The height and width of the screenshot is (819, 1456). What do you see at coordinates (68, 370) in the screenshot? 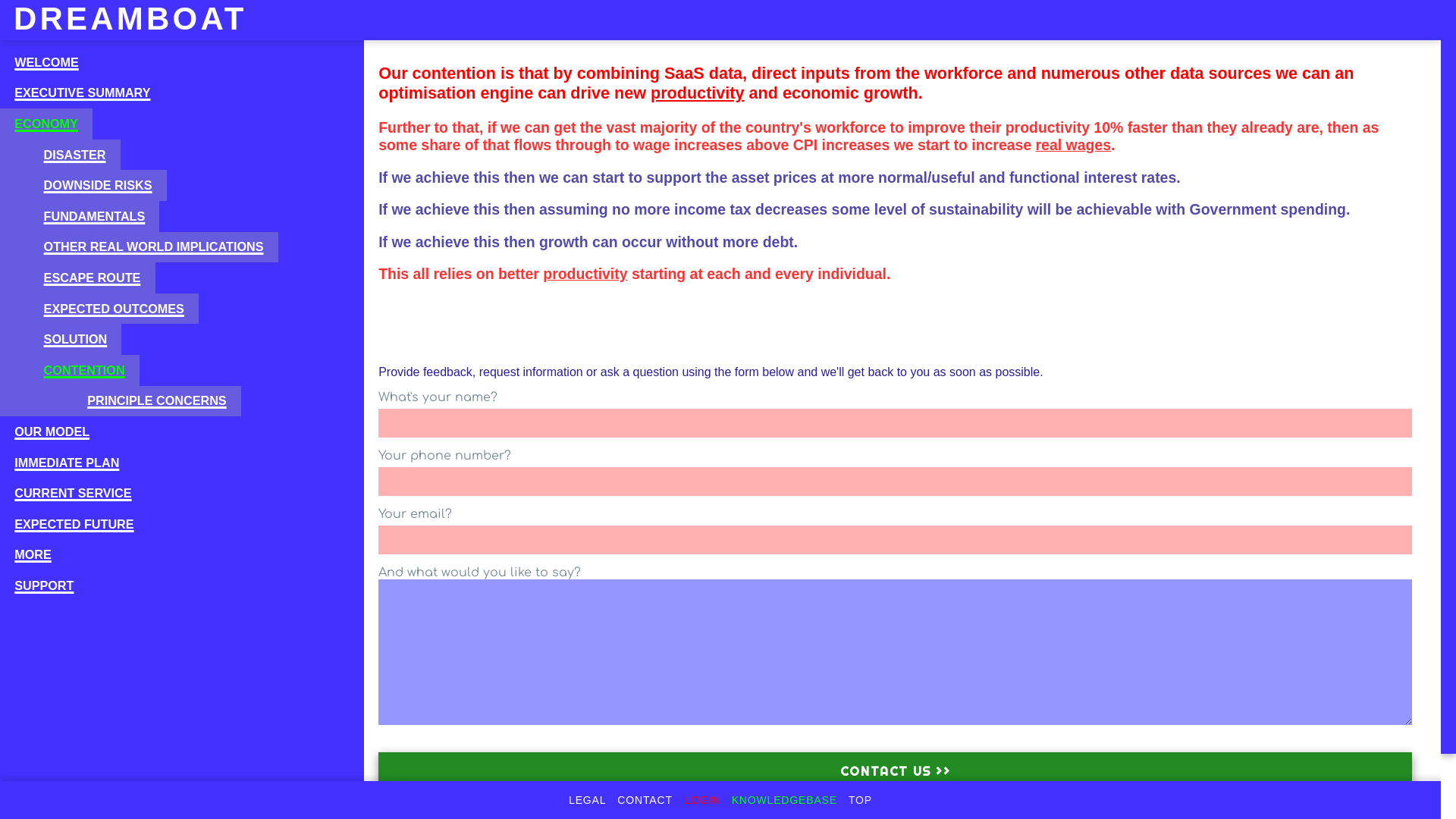
I see `'CONTENTION'` at bounding box center [68, 370].